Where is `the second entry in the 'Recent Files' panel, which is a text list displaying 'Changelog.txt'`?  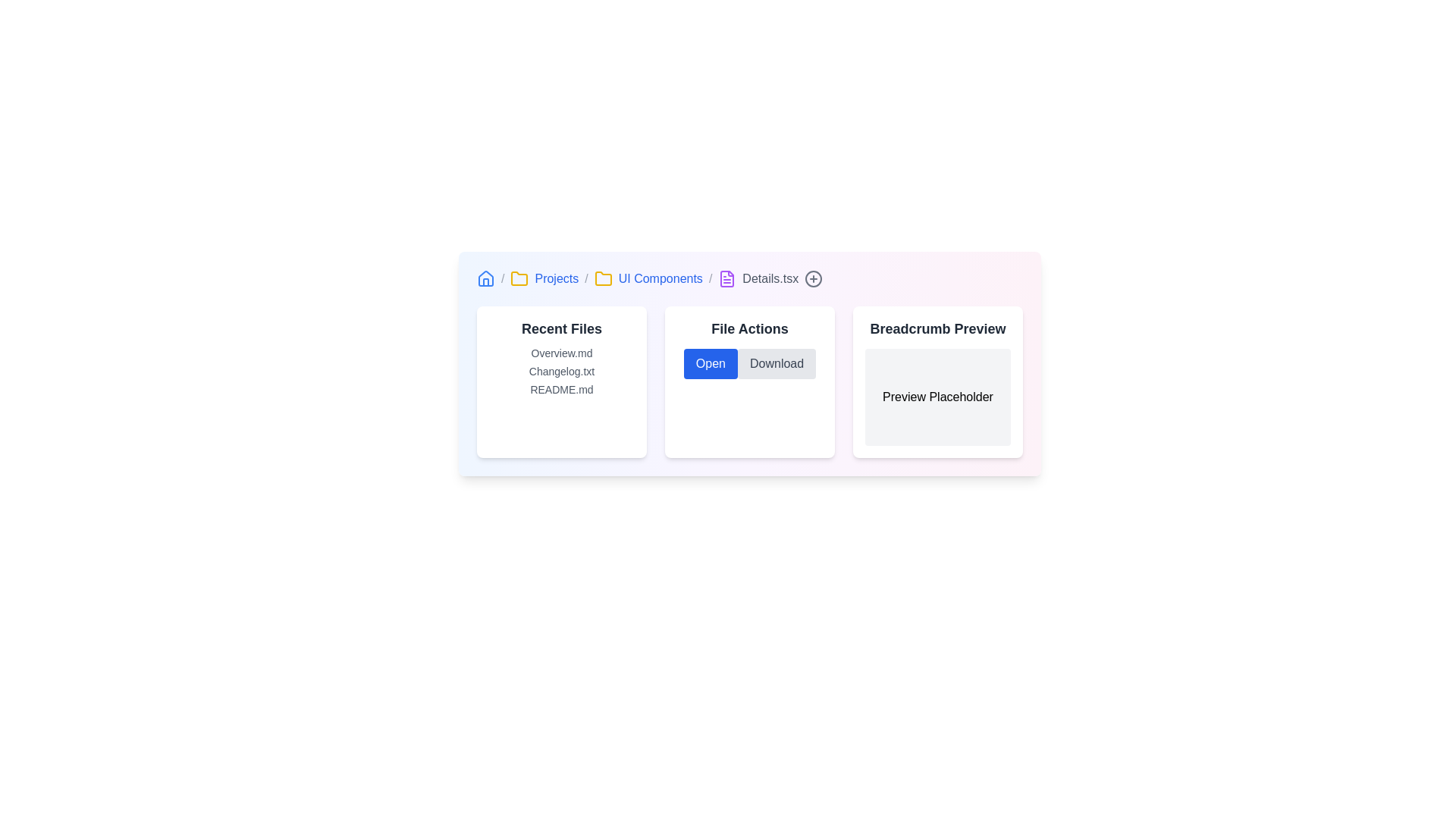
the second entry in the 'Recent Files' panel, which is a text list displaying 'Changelog.txt' is located at coordinates (560, 371).